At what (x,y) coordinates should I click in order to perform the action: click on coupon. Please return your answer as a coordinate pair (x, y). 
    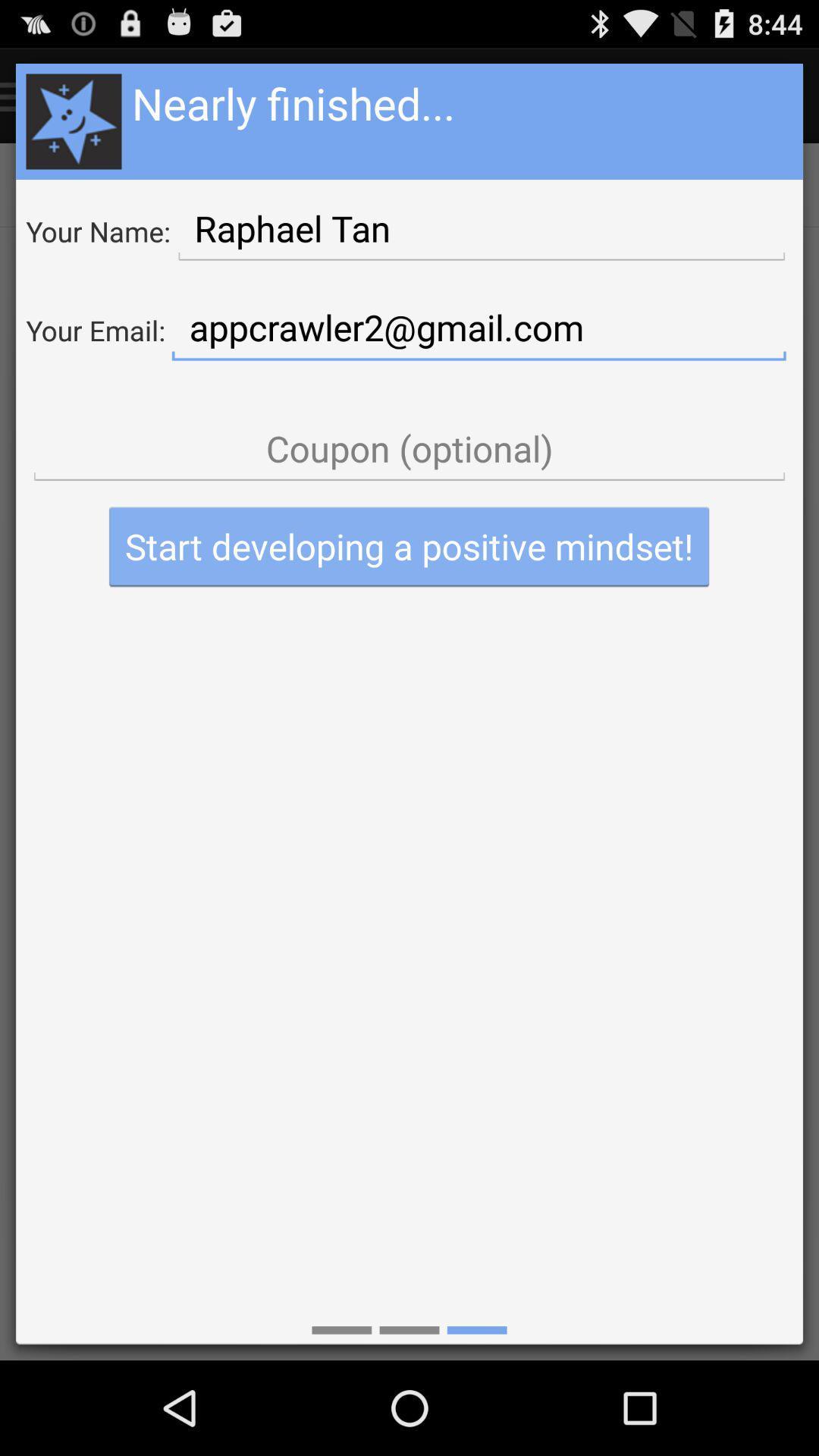
    Looking at the image, I should click on (409, 448).